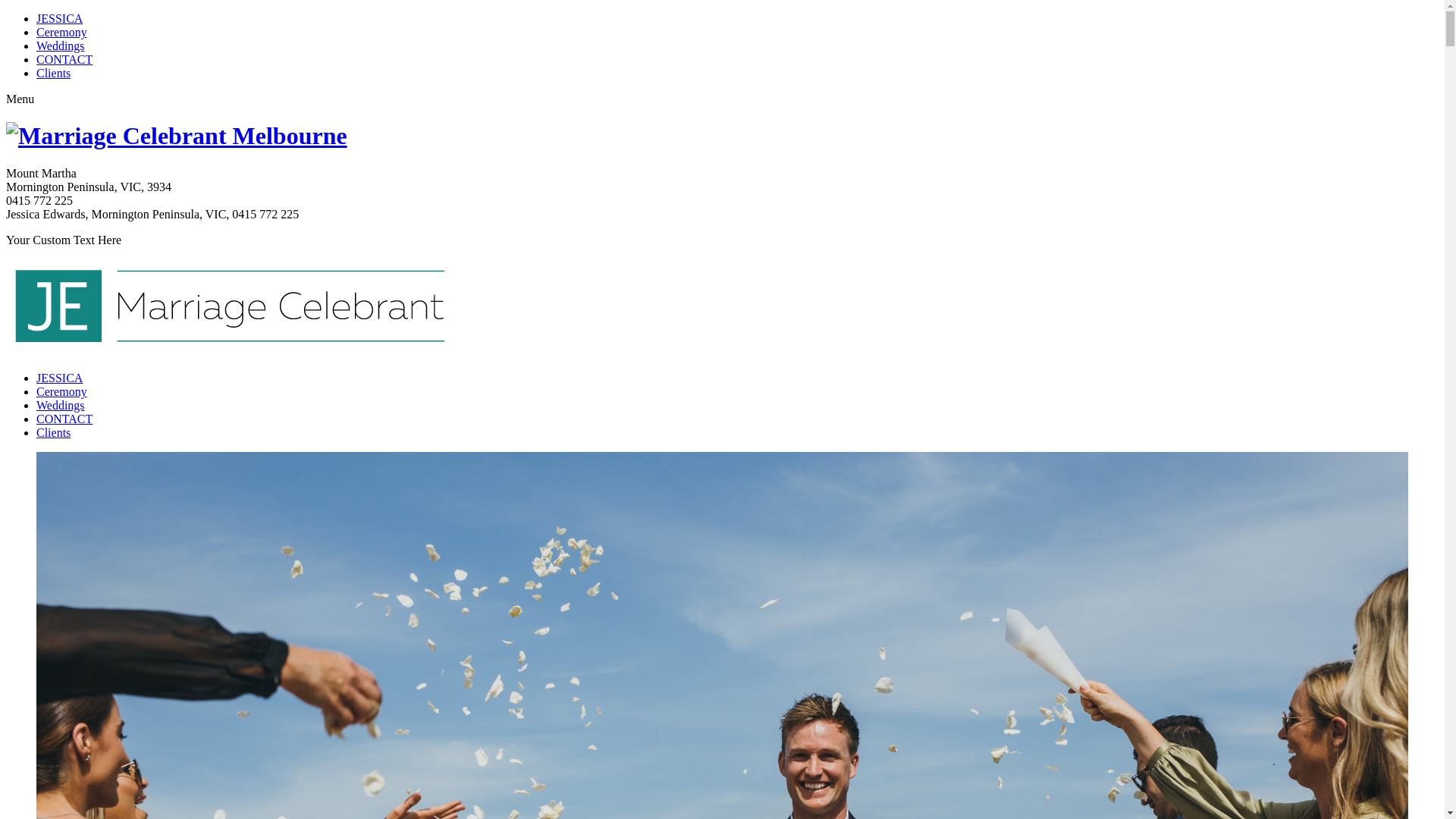  Describe the element at coordinates (36, 377) in the screenshot. I see `'JESSICA'` at that location.